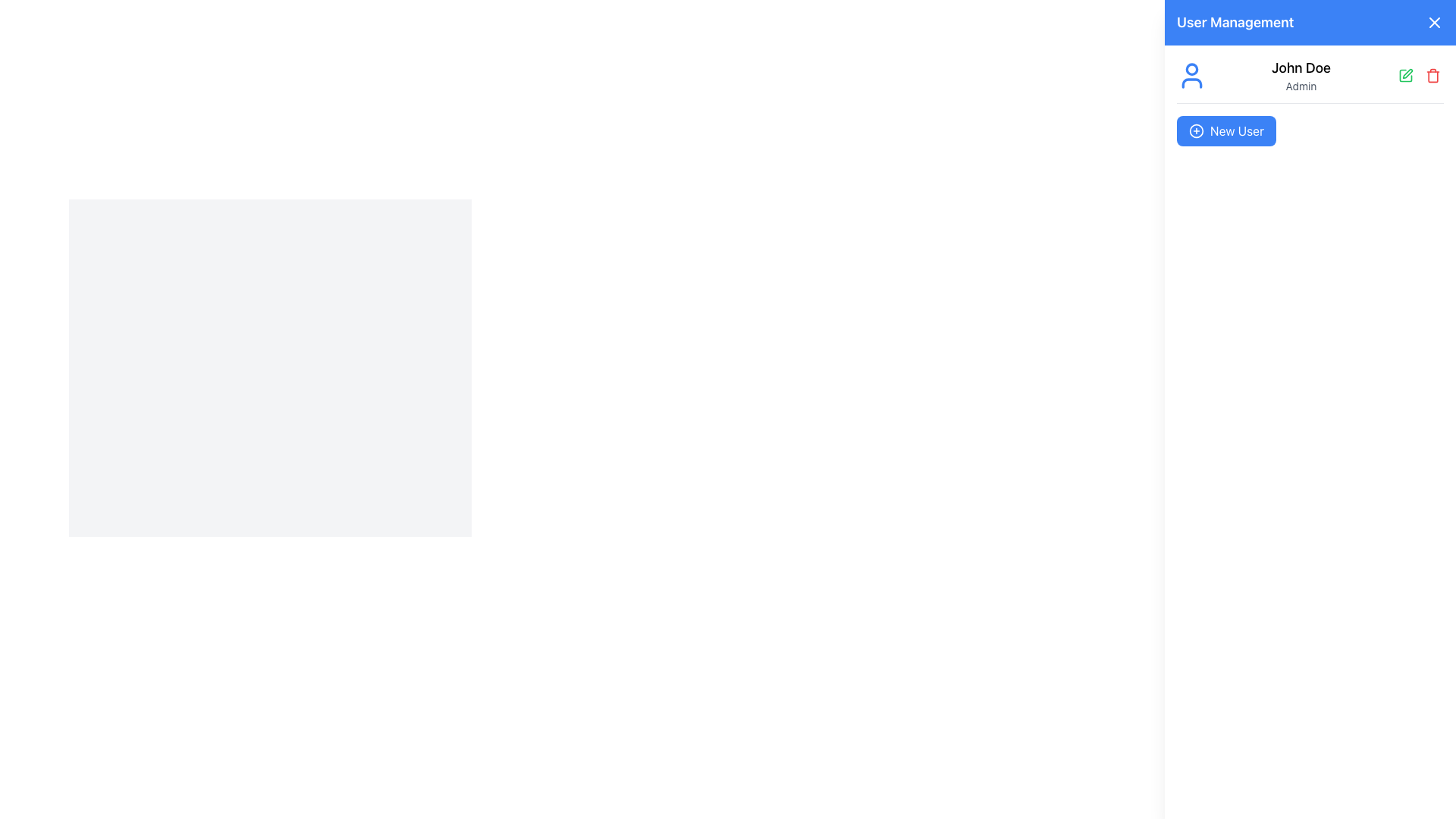  What do you see at coordinates (1404, 76) in the screenshot?
I see `the square-shaped button with a pen icon, located in the User Management interface` at bounding box center [1404, 76].